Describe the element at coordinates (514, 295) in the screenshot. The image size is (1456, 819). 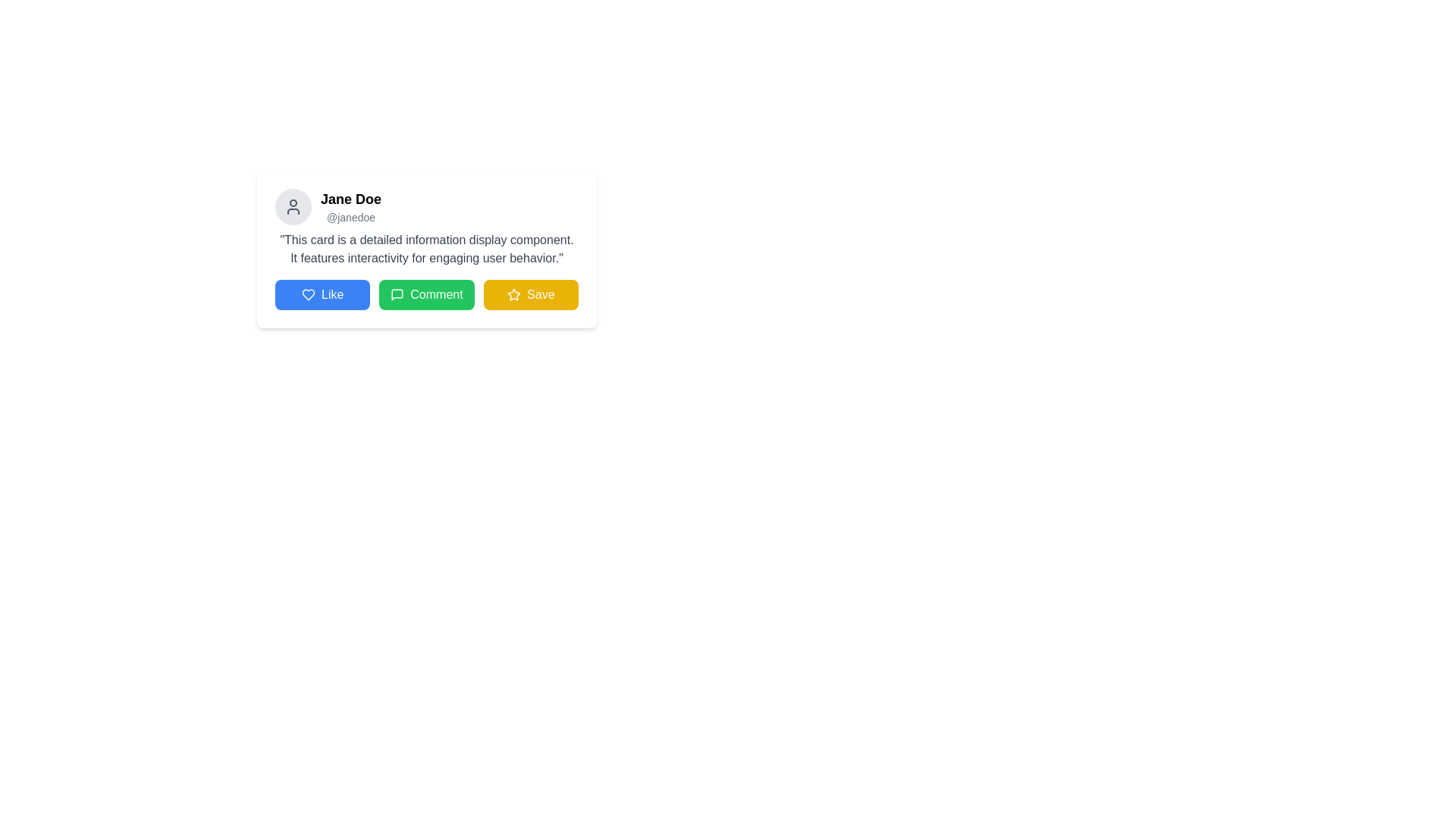
I see `the star icon located at the bottom-right of the card` at that location.